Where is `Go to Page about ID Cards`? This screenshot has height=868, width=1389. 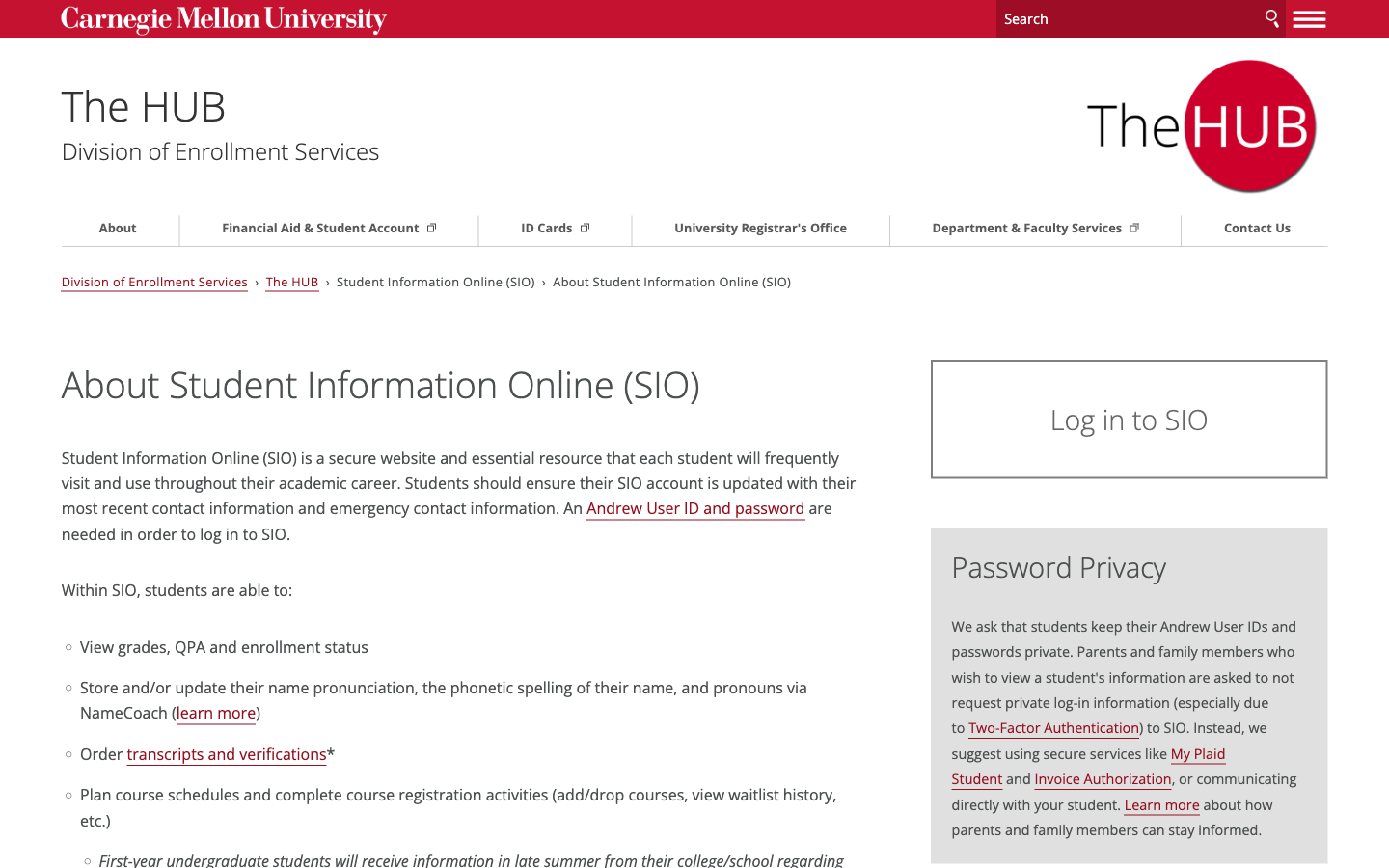 Go to Page about ID Cards is located at coordinates (563, 227).